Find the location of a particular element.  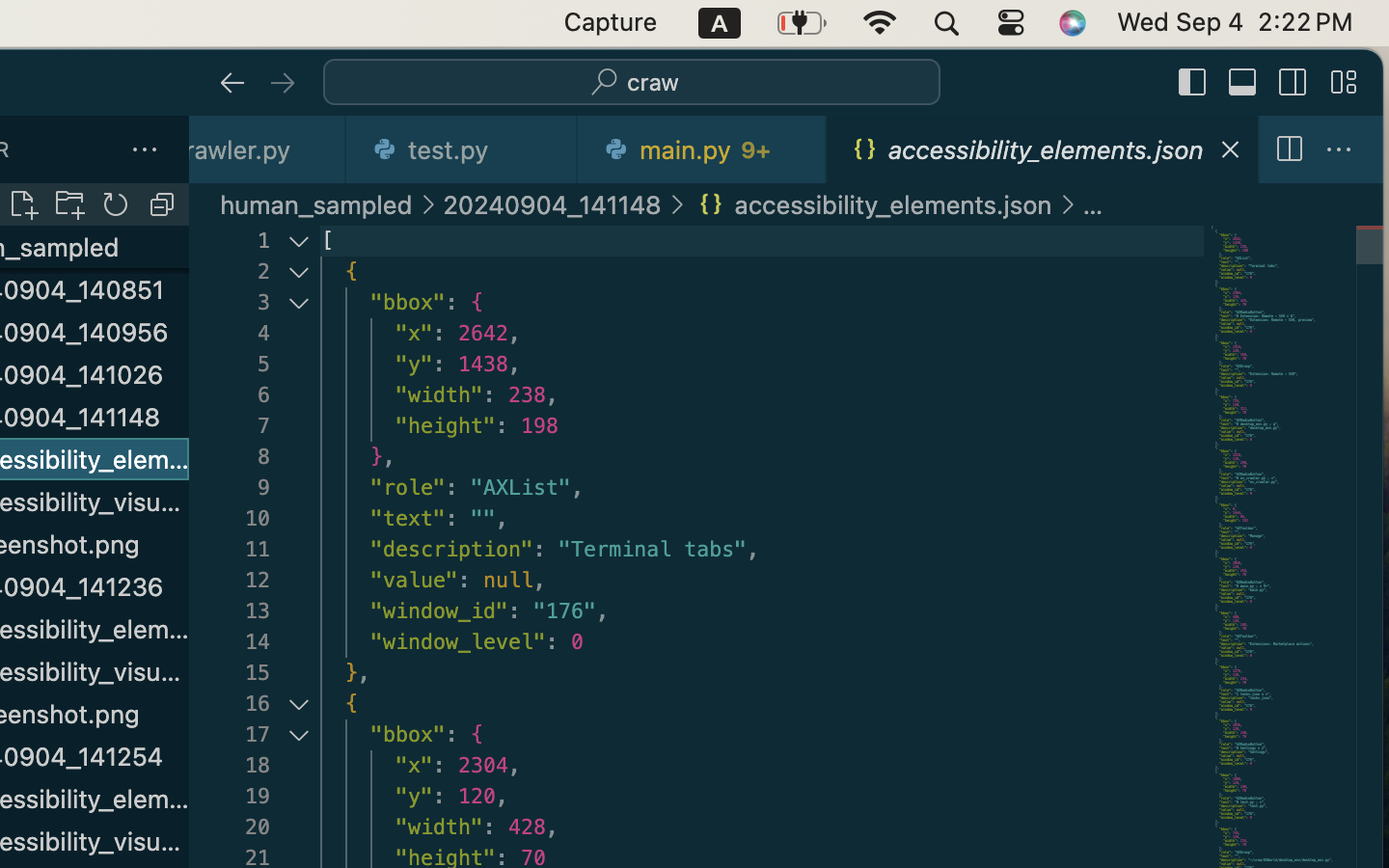

'' is located at coordinates (231, 82).